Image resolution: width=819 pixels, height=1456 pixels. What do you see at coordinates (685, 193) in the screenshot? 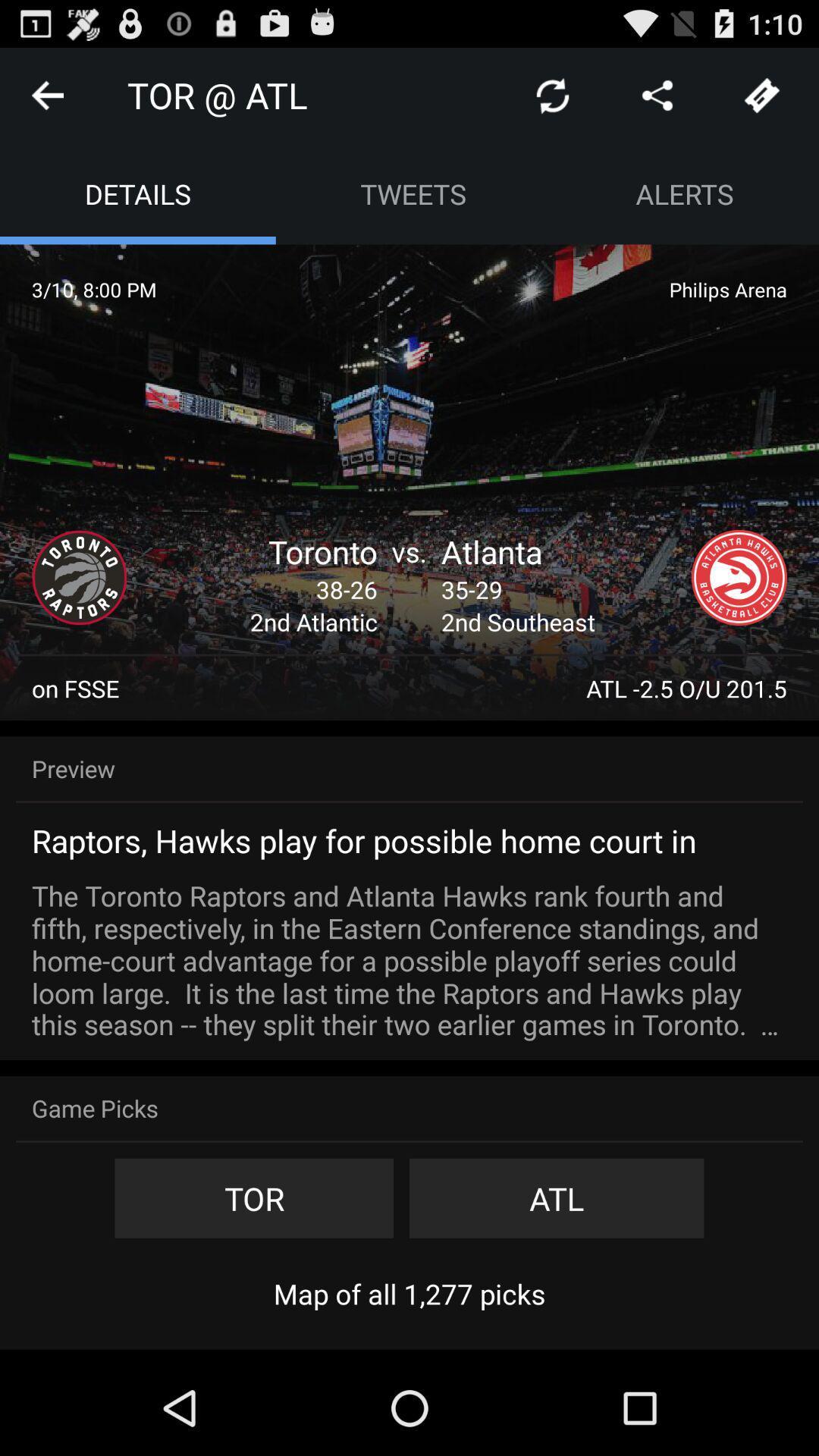
I see `alerts item` at bounding box center [685, 193].